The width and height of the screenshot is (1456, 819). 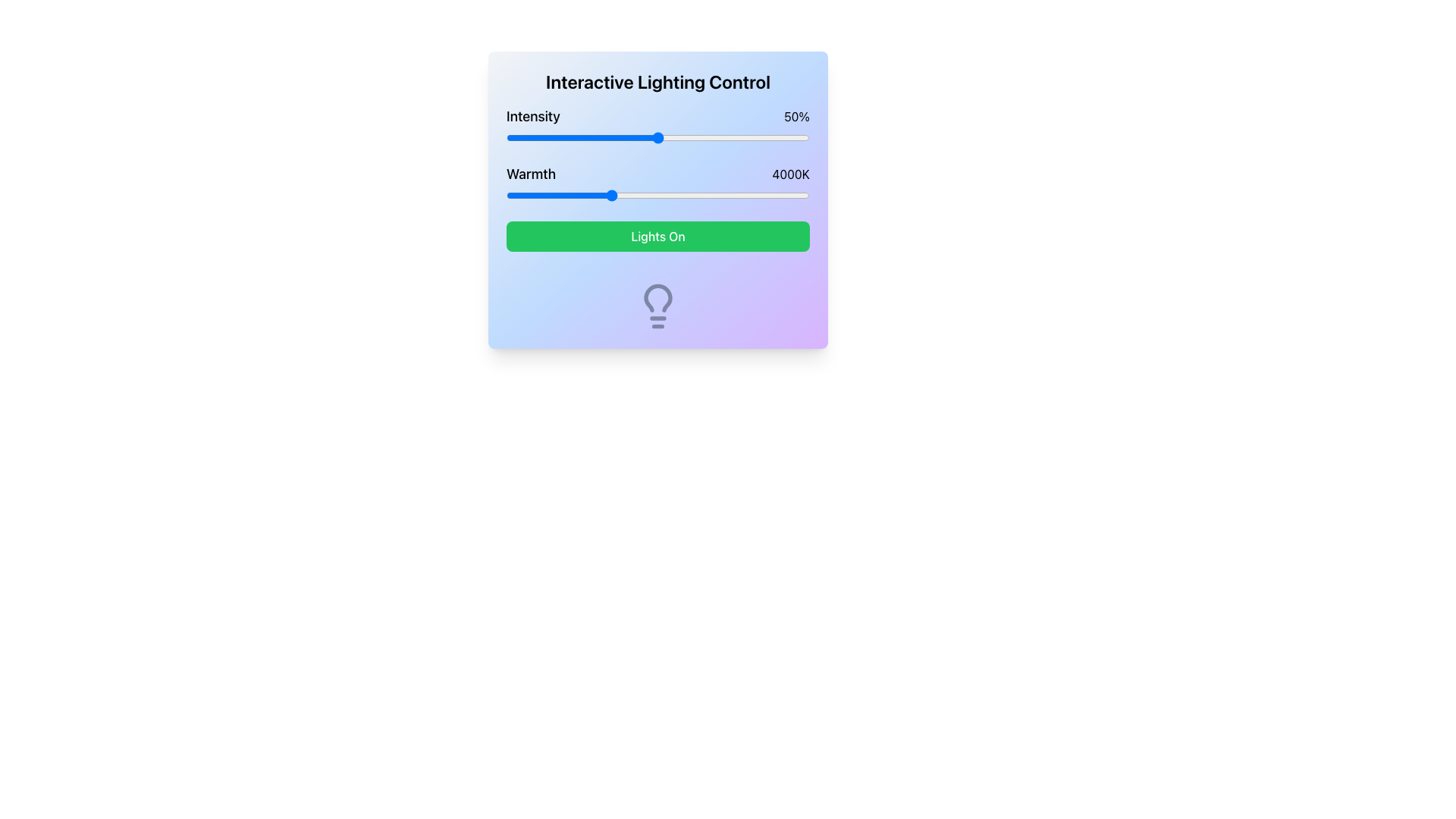 I want to click on the text label 'Warmth' which is part of the control panel for adjusting lighting warmth settings, so click(x=531, y=174).